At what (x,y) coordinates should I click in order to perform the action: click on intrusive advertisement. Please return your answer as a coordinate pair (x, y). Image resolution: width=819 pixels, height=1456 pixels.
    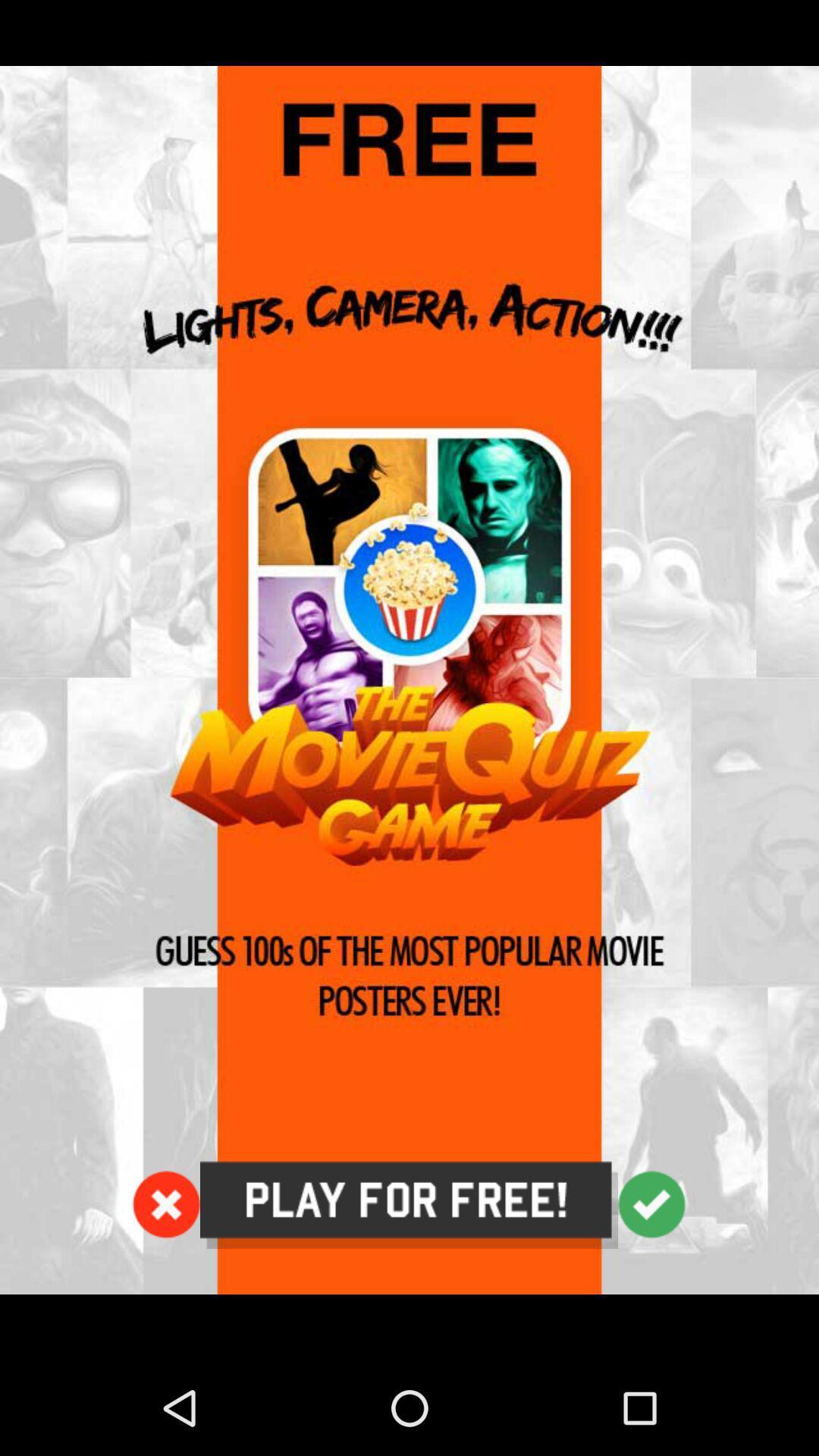
    Looking at the image, I should click on (409, 679).